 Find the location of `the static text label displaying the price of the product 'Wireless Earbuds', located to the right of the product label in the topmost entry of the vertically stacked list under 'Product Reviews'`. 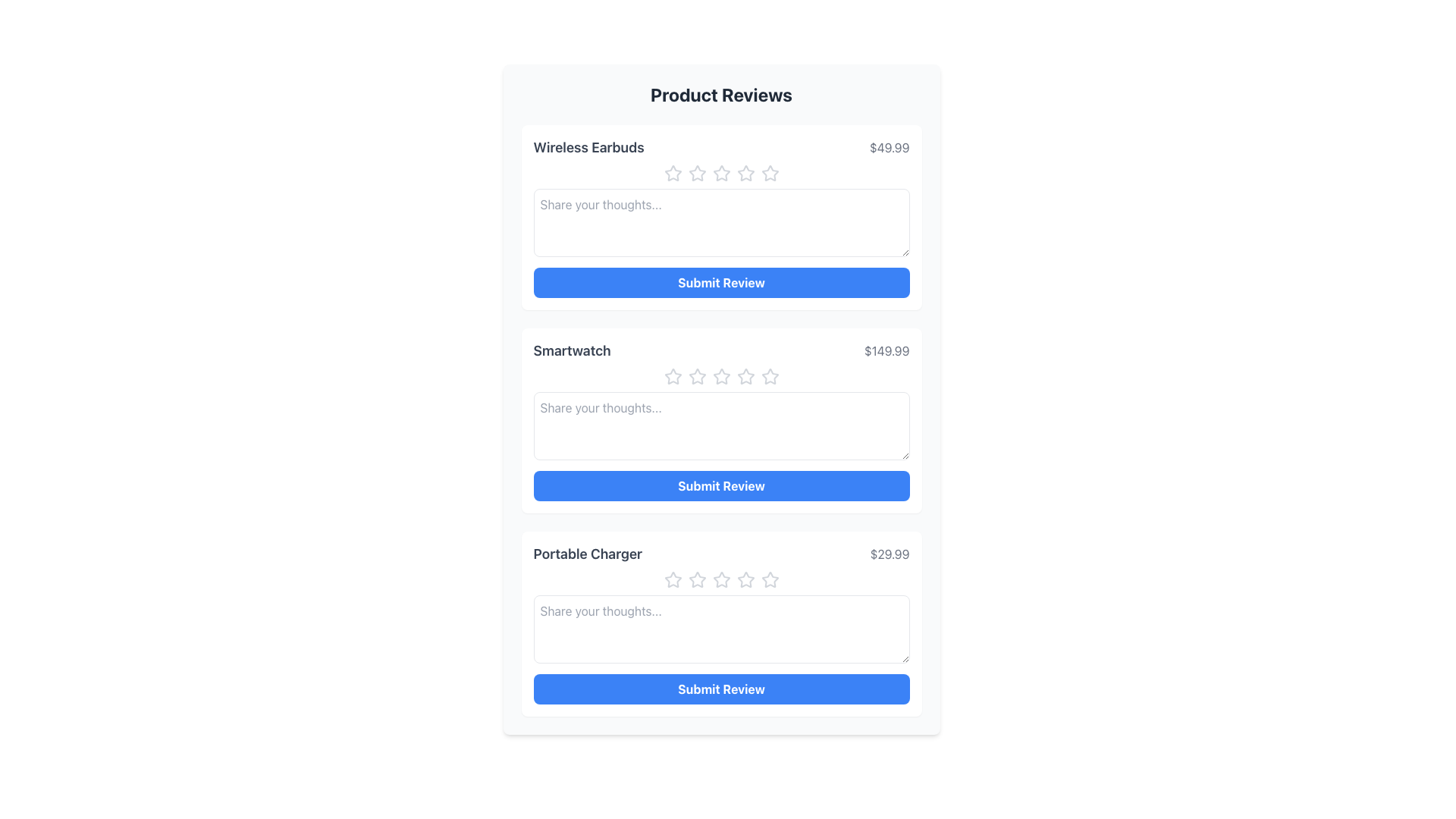

the static text label displaying the price of the product 'Wireless Earbuds', located to the right of the product label in the topmost entry of the vertically stacked list under 'Product Reviews' is located at coordinates (890, 148).